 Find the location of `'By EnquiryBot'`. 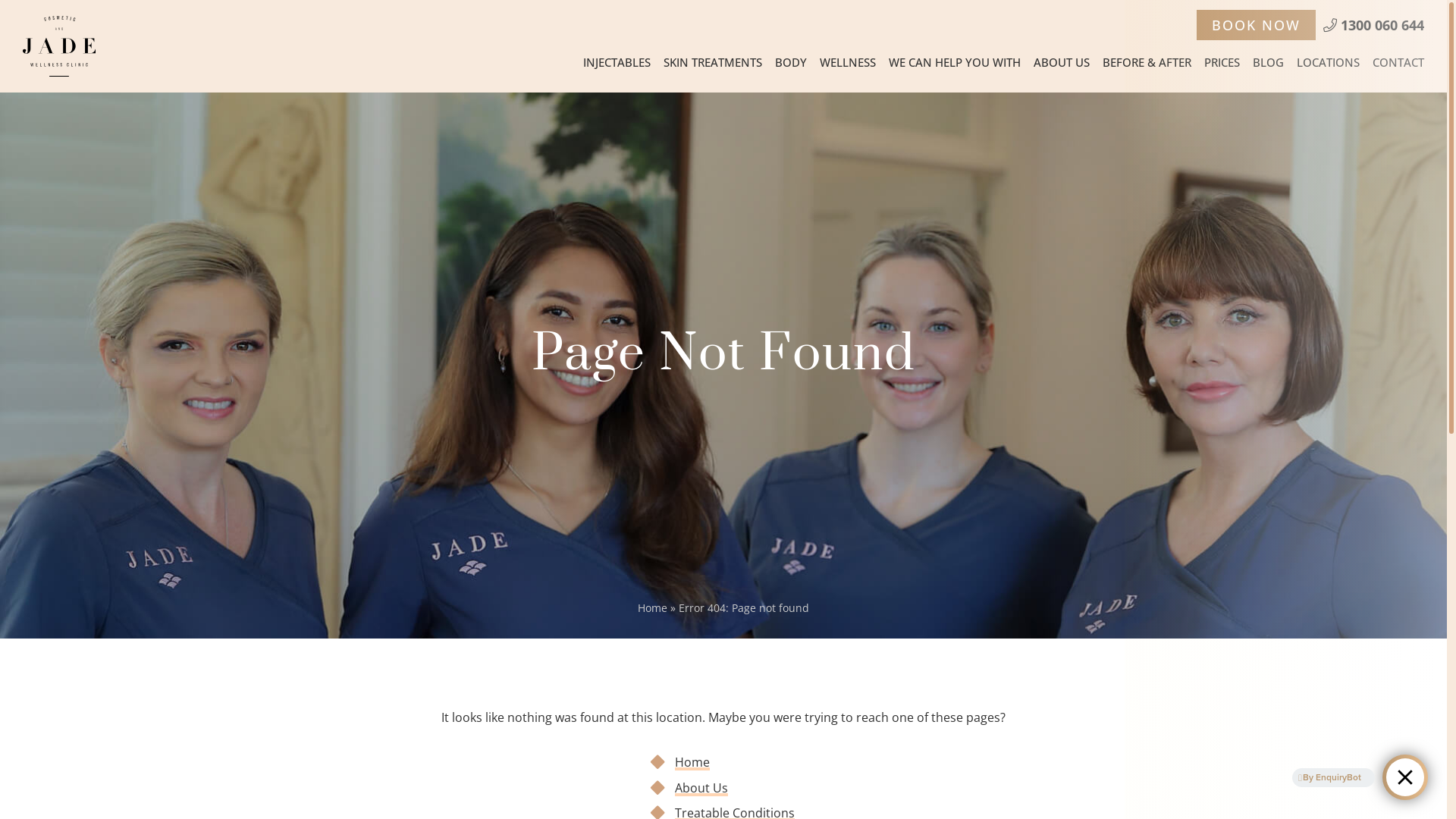

'By EnquiryBot' is located at coordinates (1329, 777).